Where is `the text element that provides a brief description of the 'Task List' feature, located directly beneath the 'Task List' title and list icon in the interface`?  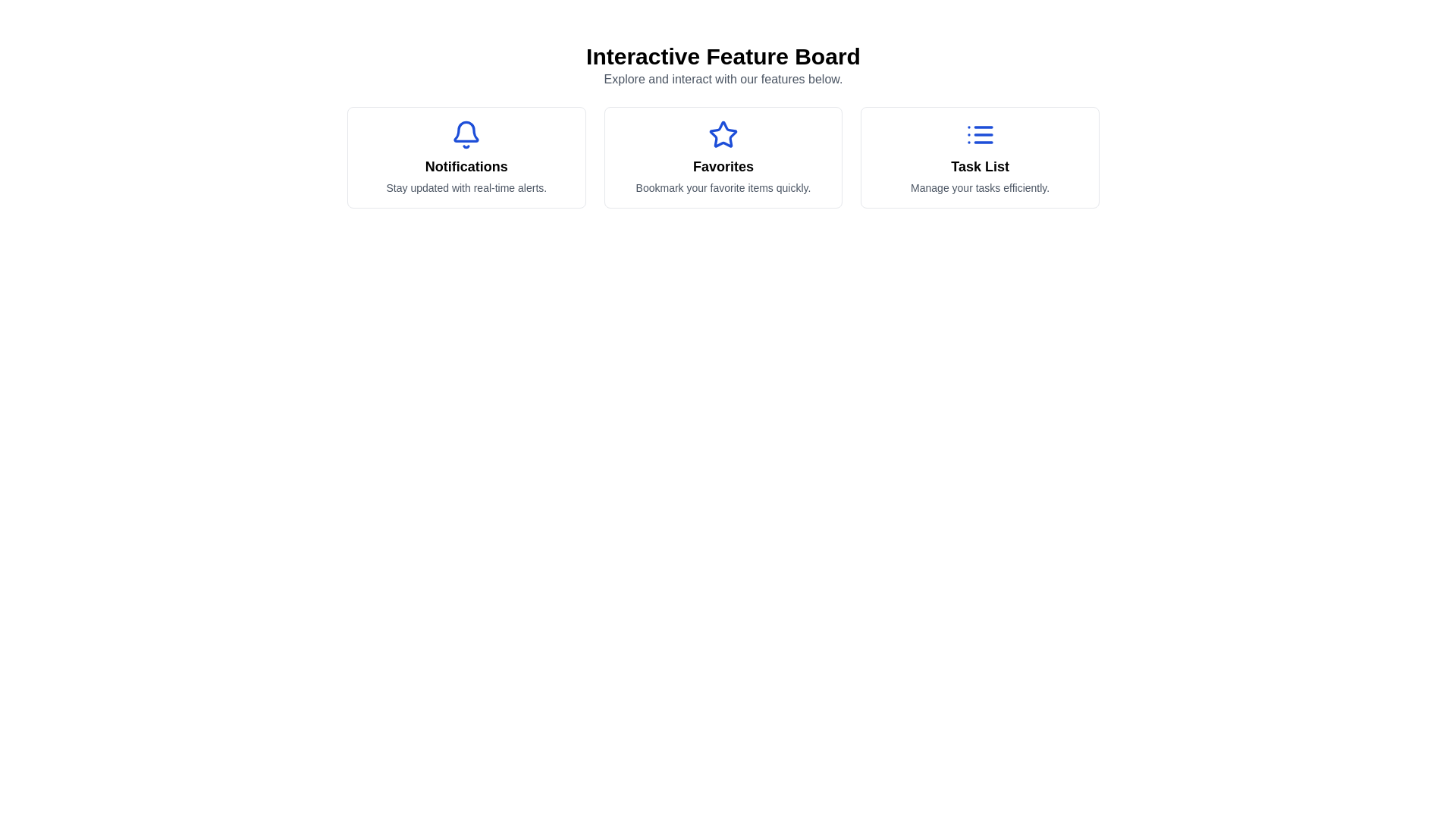
the text element that provides a brief description of the 'Task List' feature, located directly beneath the 'Task List' title and list icon in the interface is located at coordinates (980, 187).